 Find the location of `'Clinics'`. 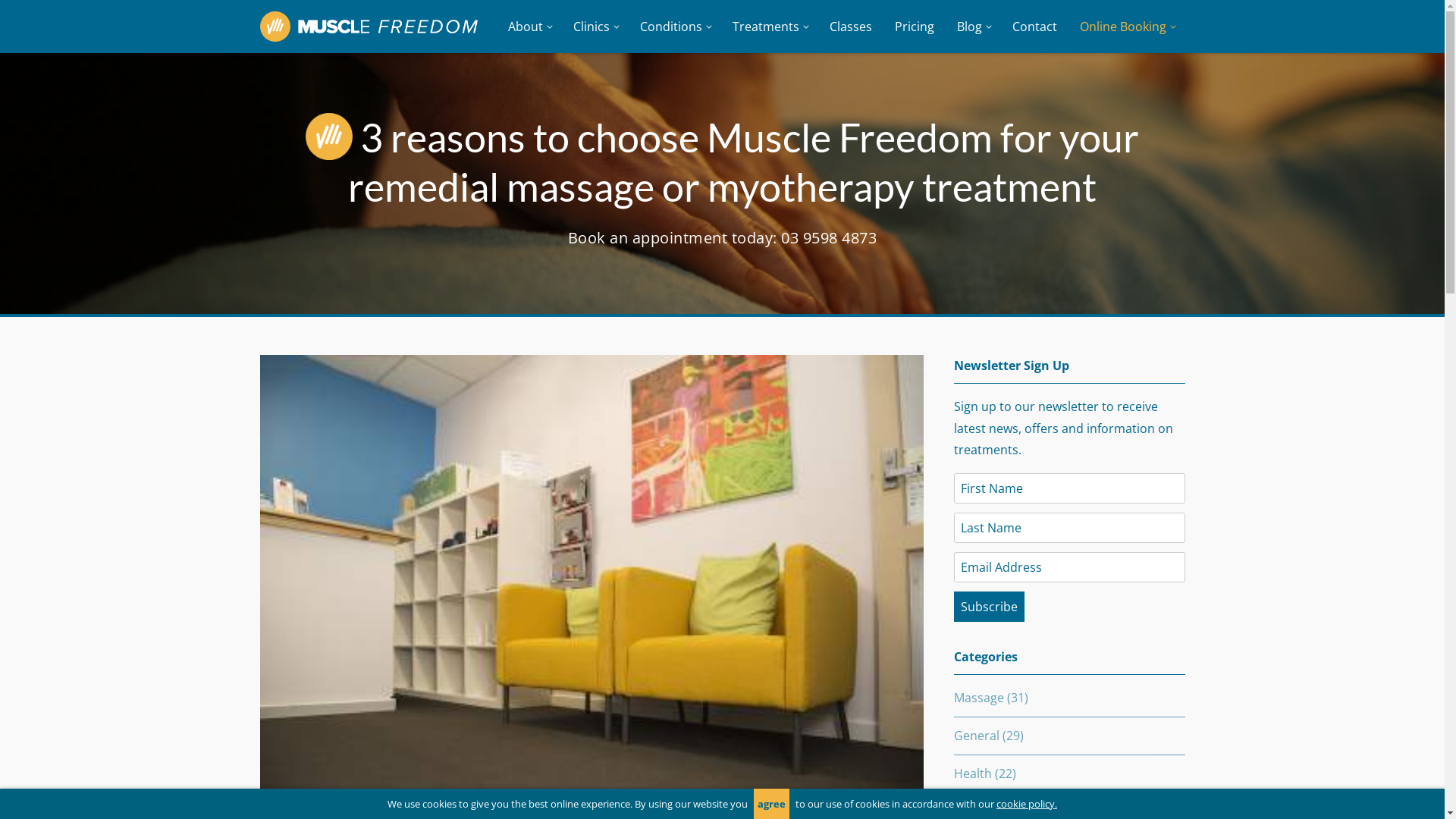

'Clinics' is located at coordinates (593, 26).